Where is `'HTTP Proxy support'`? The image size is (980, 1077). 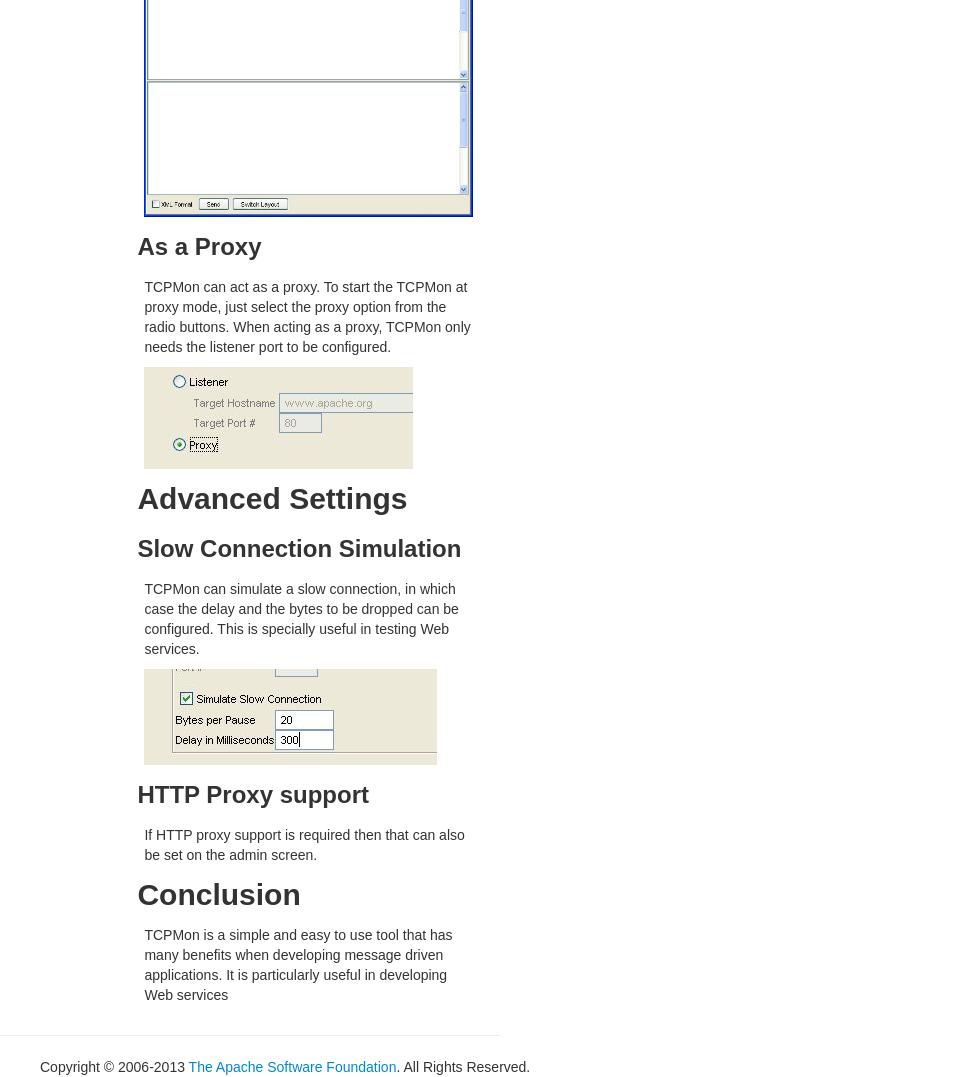 'HTTP Proxy support' is located at coordinates (137, 794).